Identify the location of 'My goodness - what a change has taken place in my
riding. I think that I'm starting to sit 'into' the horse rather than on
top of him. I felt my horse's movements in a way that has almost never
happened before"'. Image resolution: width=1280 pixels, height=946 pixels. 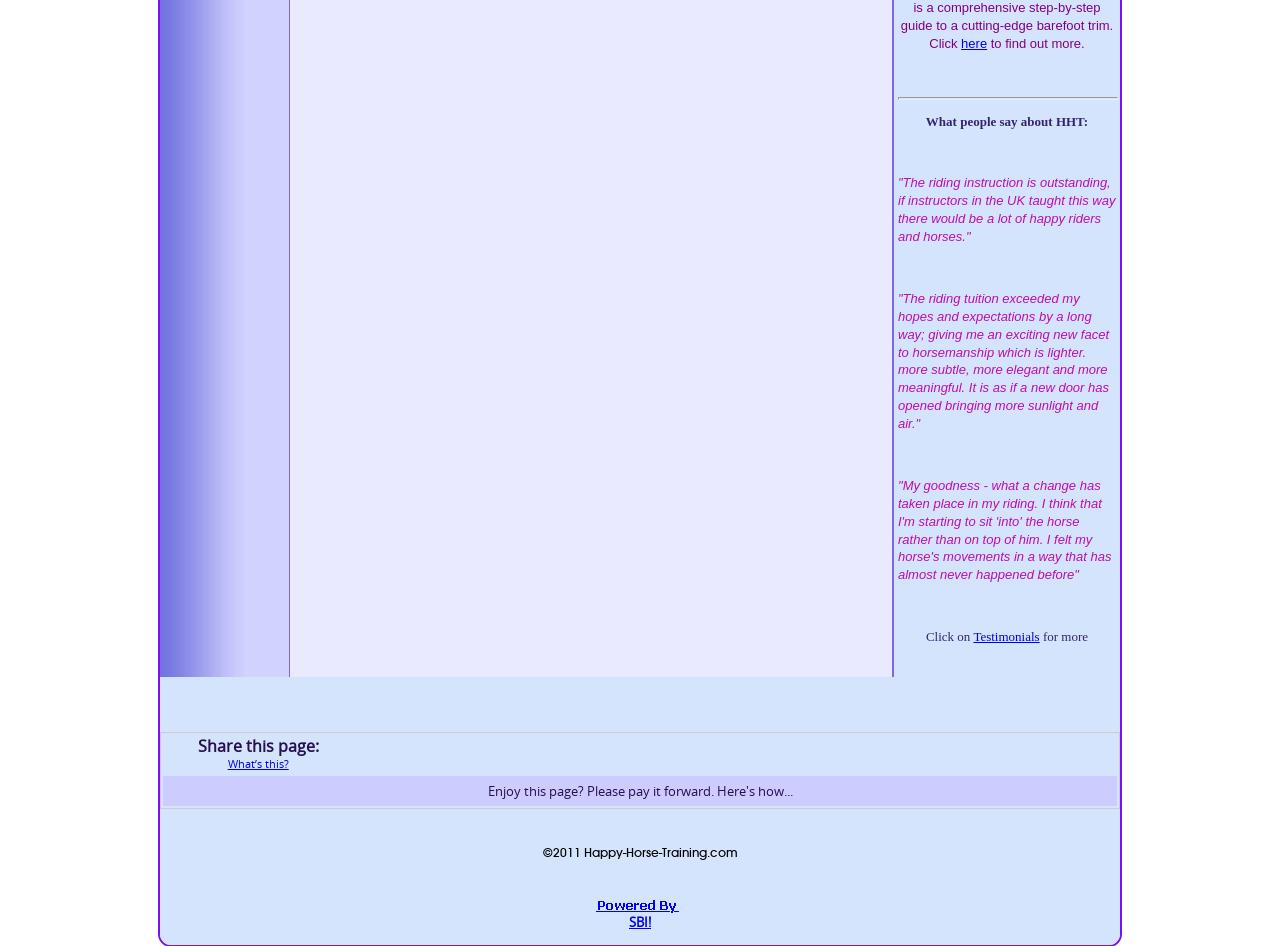
(897, 529).